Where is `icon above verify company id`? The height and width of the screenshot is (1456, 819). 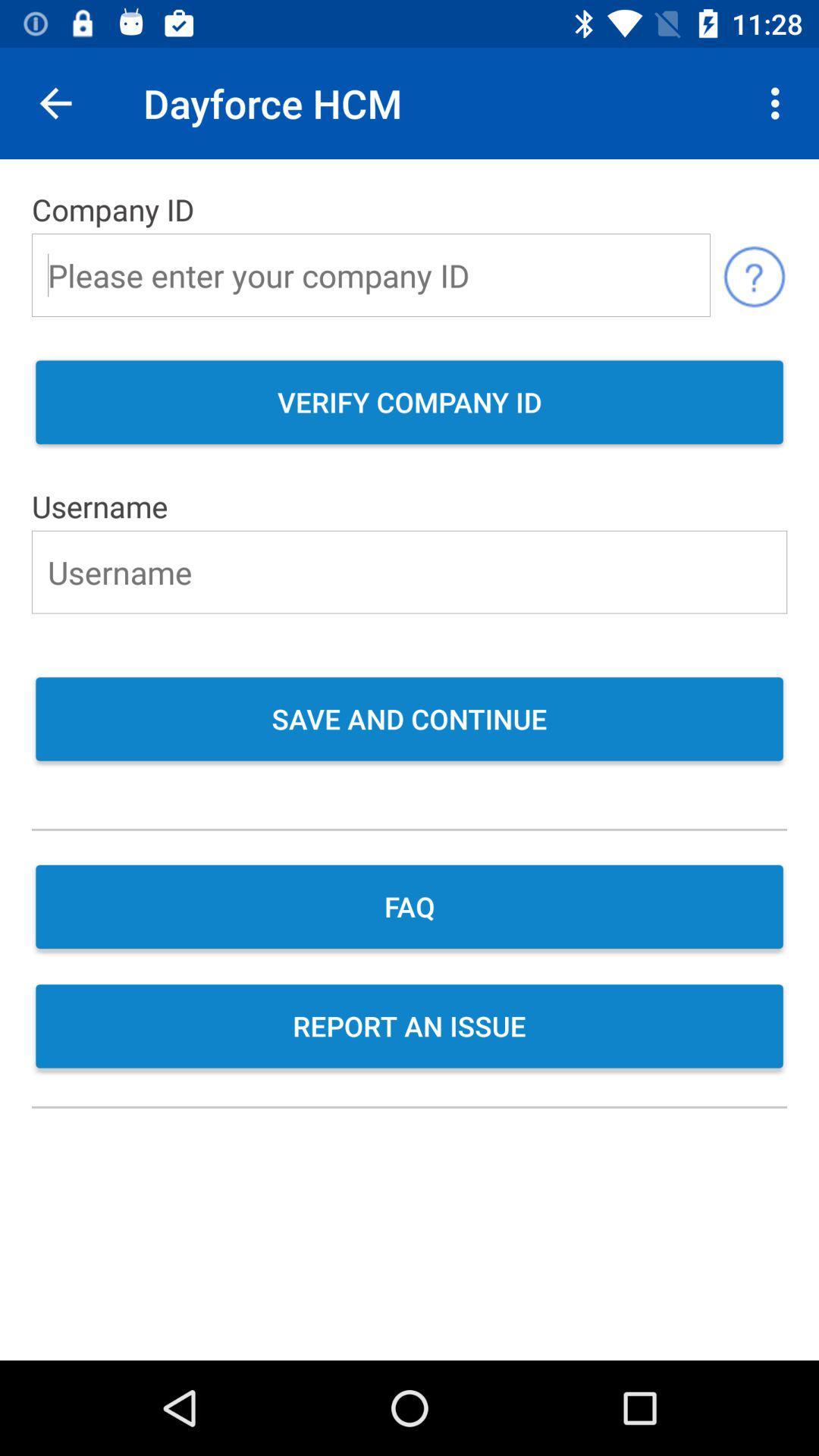 icon above verify company id is located at coordinates (754, 275).